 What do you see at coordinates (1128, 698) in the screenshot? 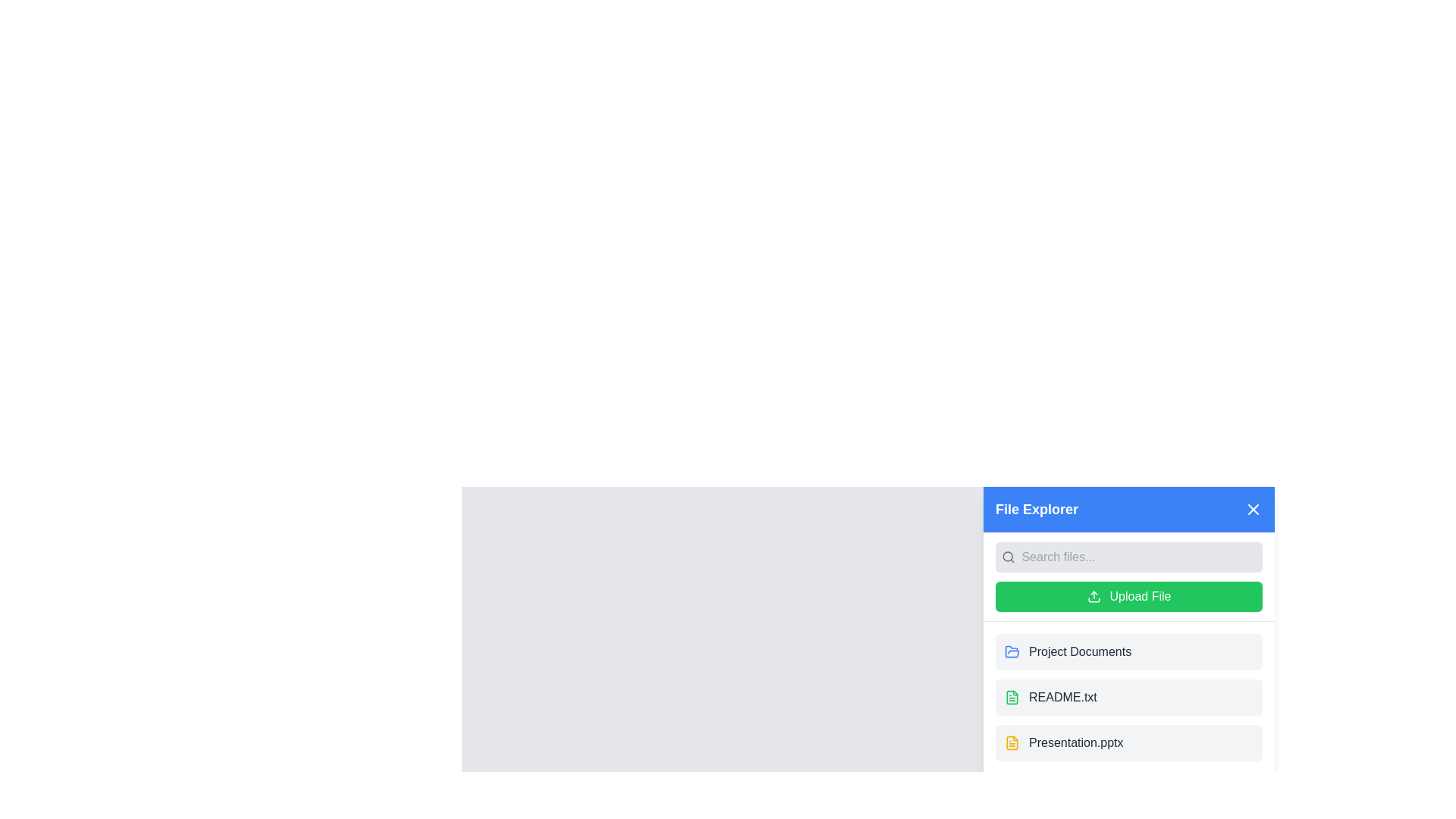
I see `the file entry labeled 'README.txt' in the file explorer interface` at bounding box center [1128, 698].